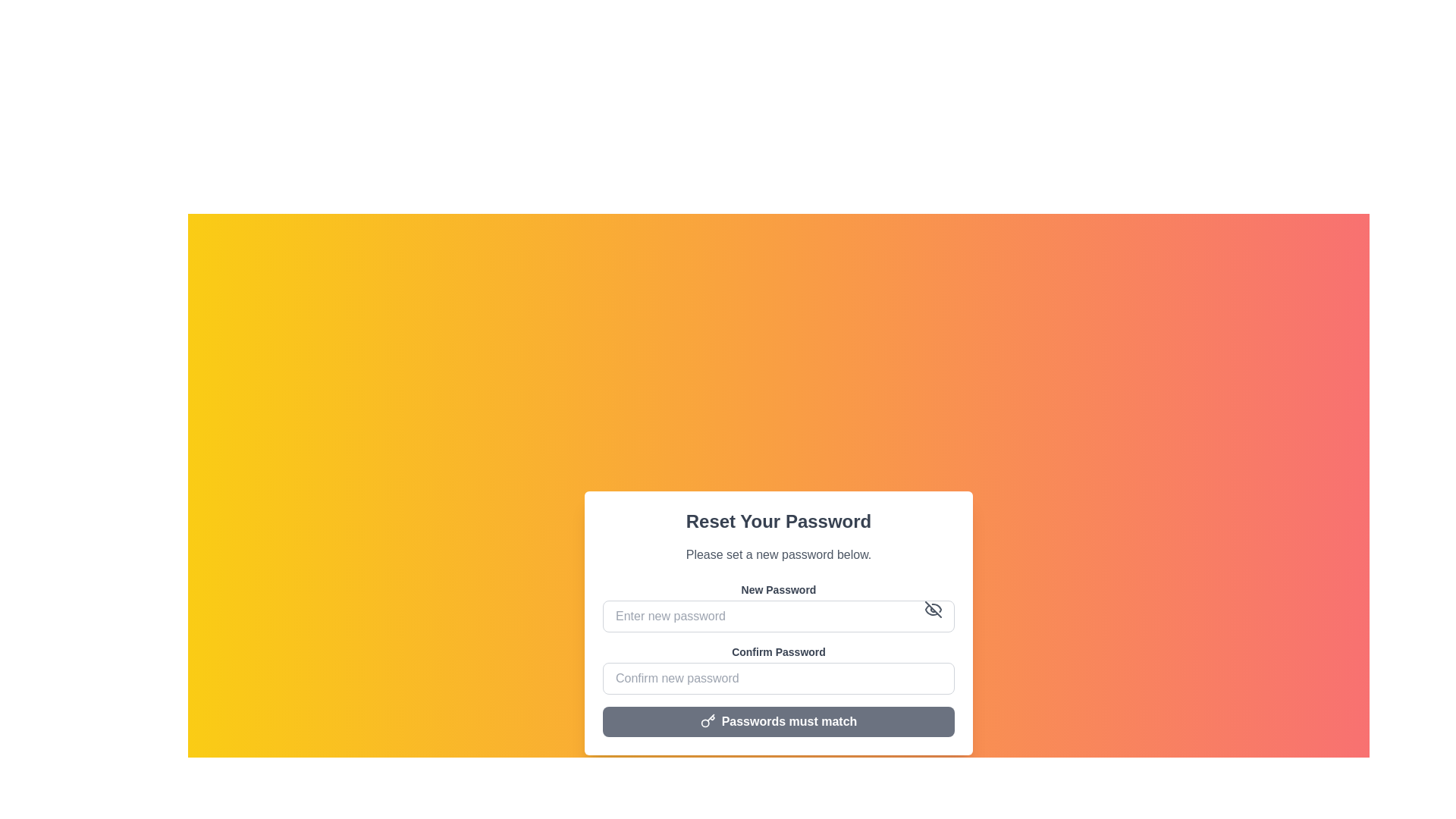 The width and height of the screenshot is (1456, 819). I want to click on the key-shaped icon located to the left of the text 'Passwords must match' within a gray button at the bottom of a password reset form, so click(707, 720).